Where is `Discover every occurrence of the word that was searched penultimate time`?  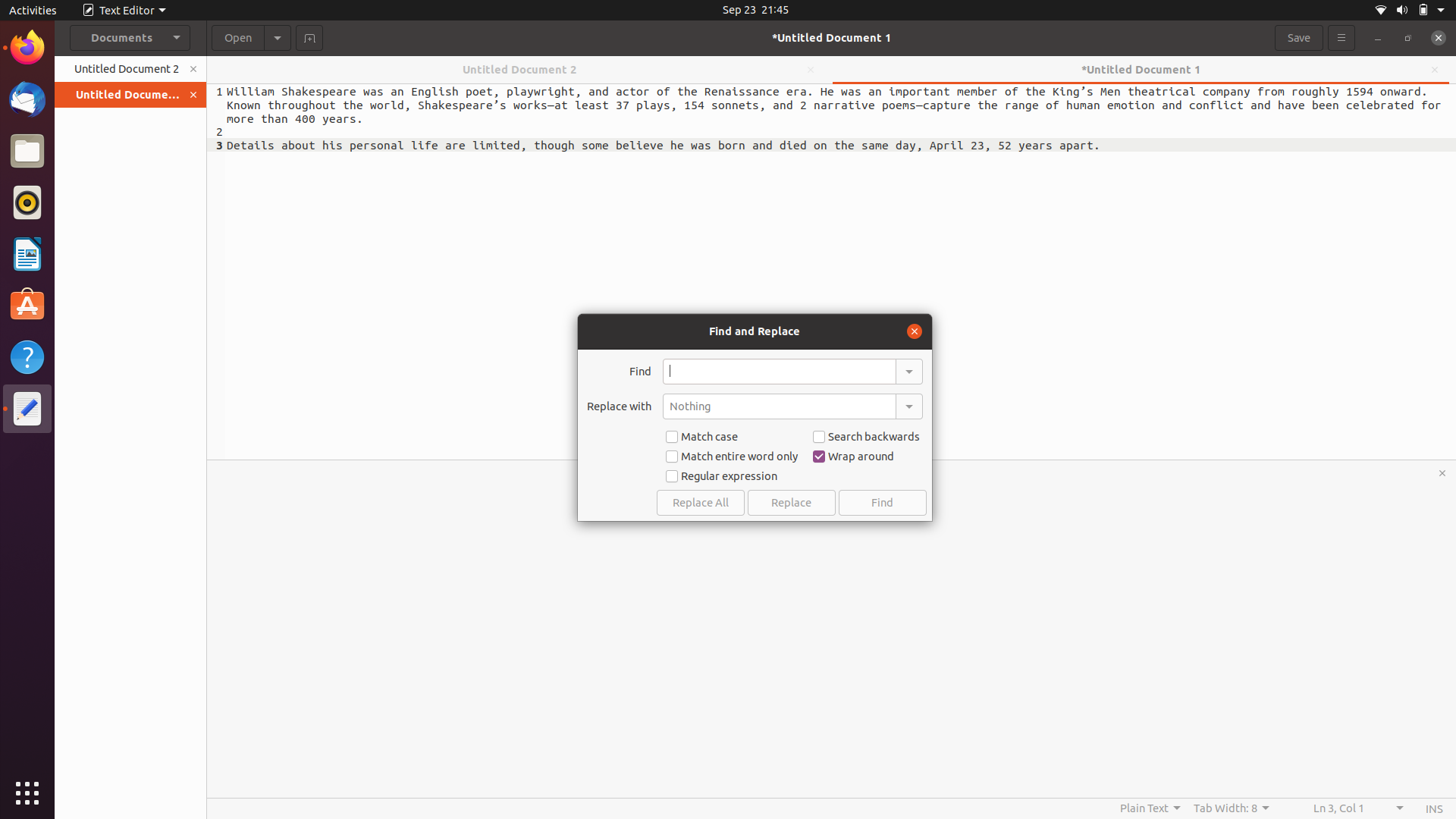 Discover every occurrence of the word that was searched penultimate time is located at coordinates (908, 370).